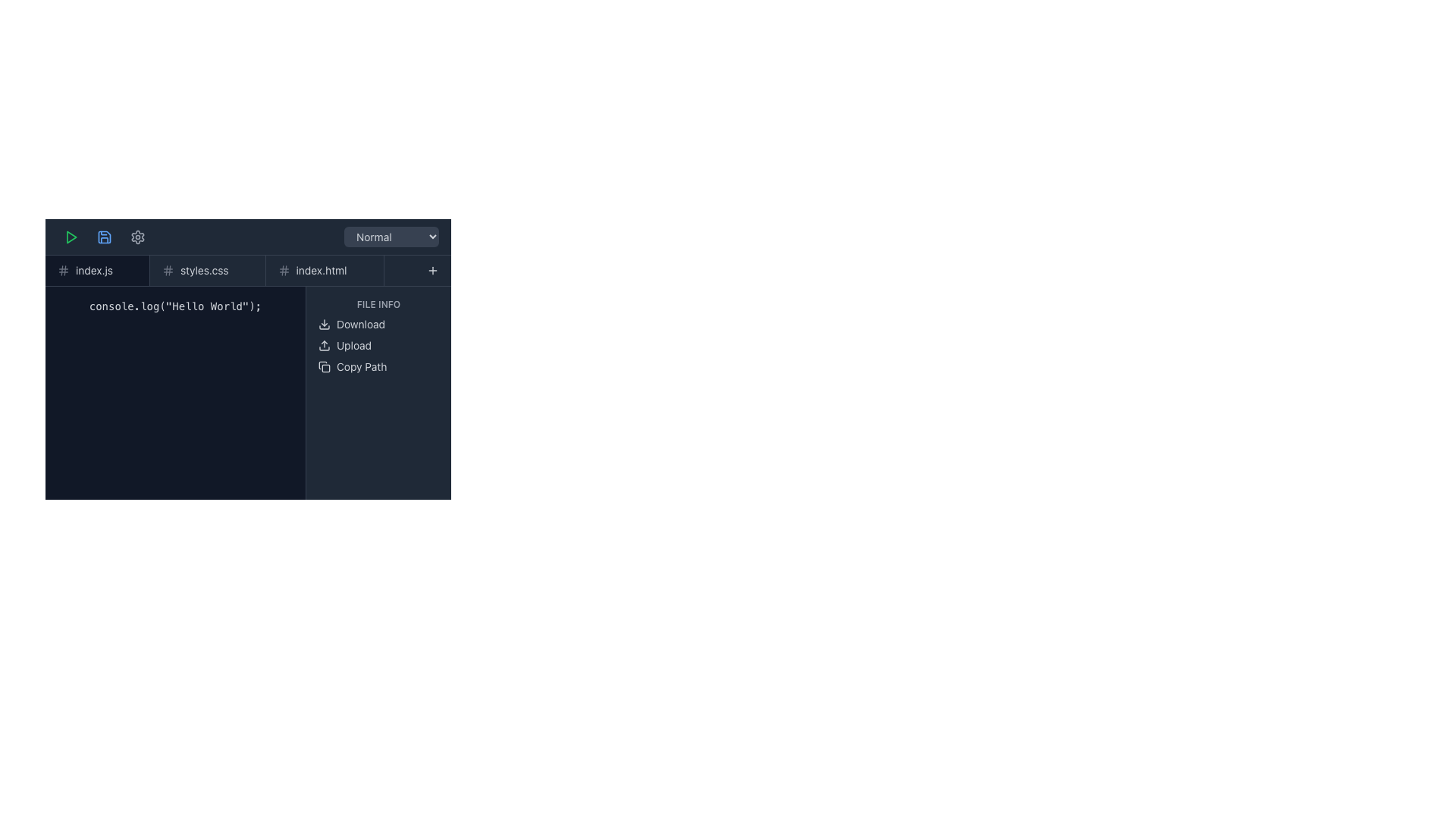 This screenshot has height=819, width=1456. I want to click on the navigation tab for 'styles.css' located between 'index.js' and 'index.html', so click(229, 270).